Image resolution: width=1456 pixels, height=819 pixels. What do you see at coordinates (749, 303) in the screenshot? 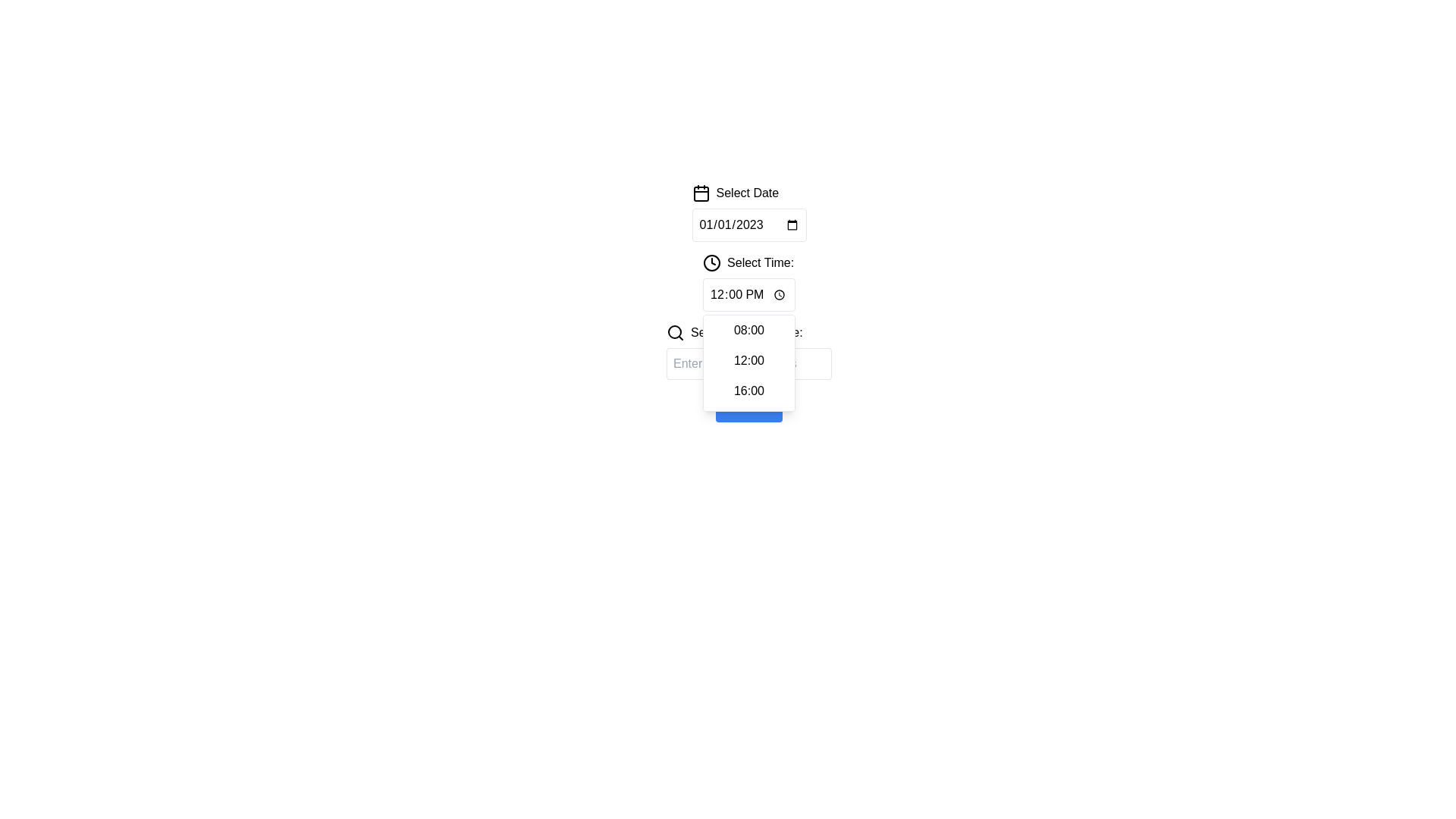
I see `the options in the Dropdown menu located at the center of the modal window, directly underneath the 'Select Time:' label and clock icon` at bounding box center [749, 303].